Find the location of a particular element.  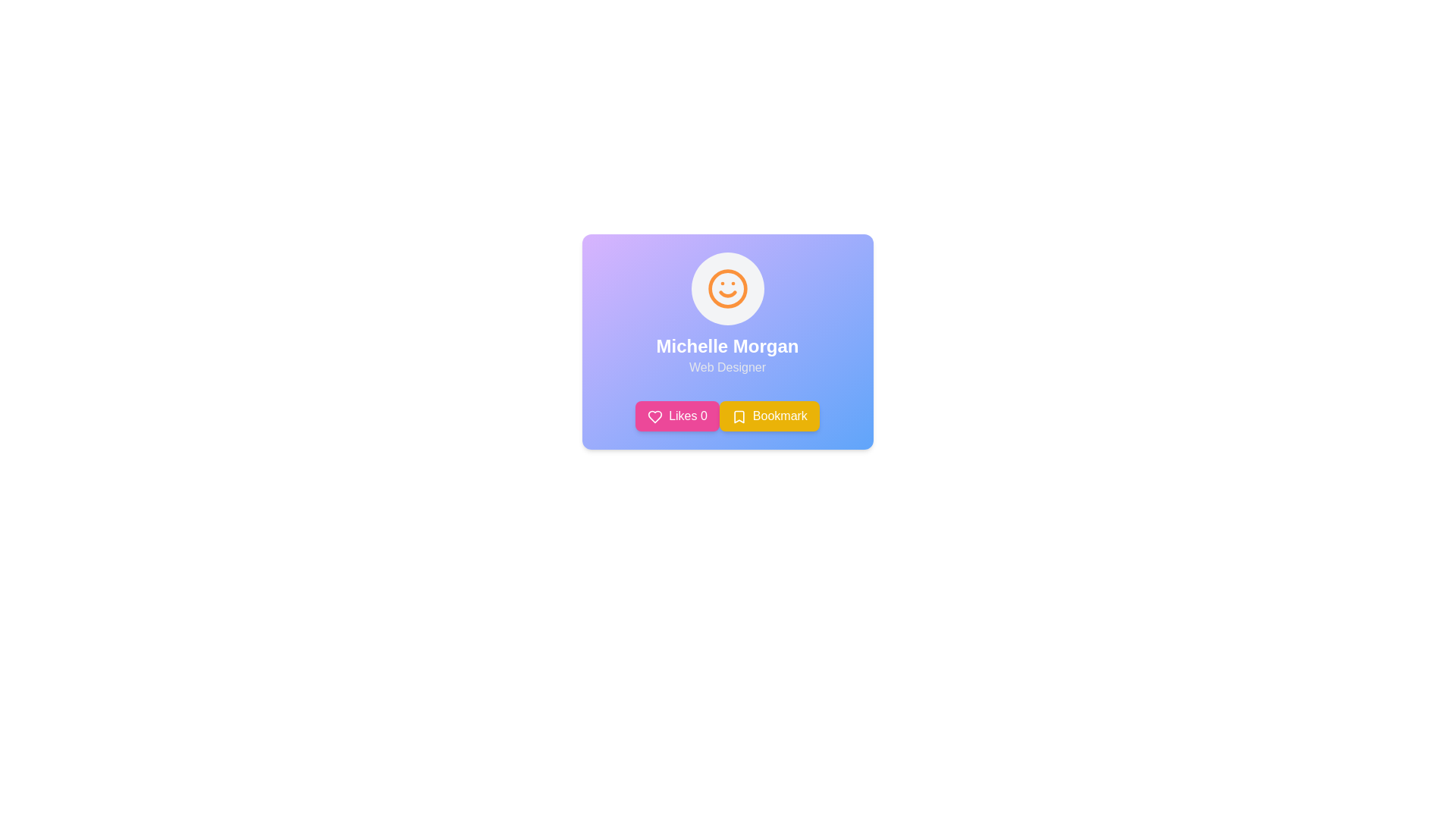

the outer circular boundary of the smiley face icon located at the top-center of the profile card is located at coordinates (726, 289).